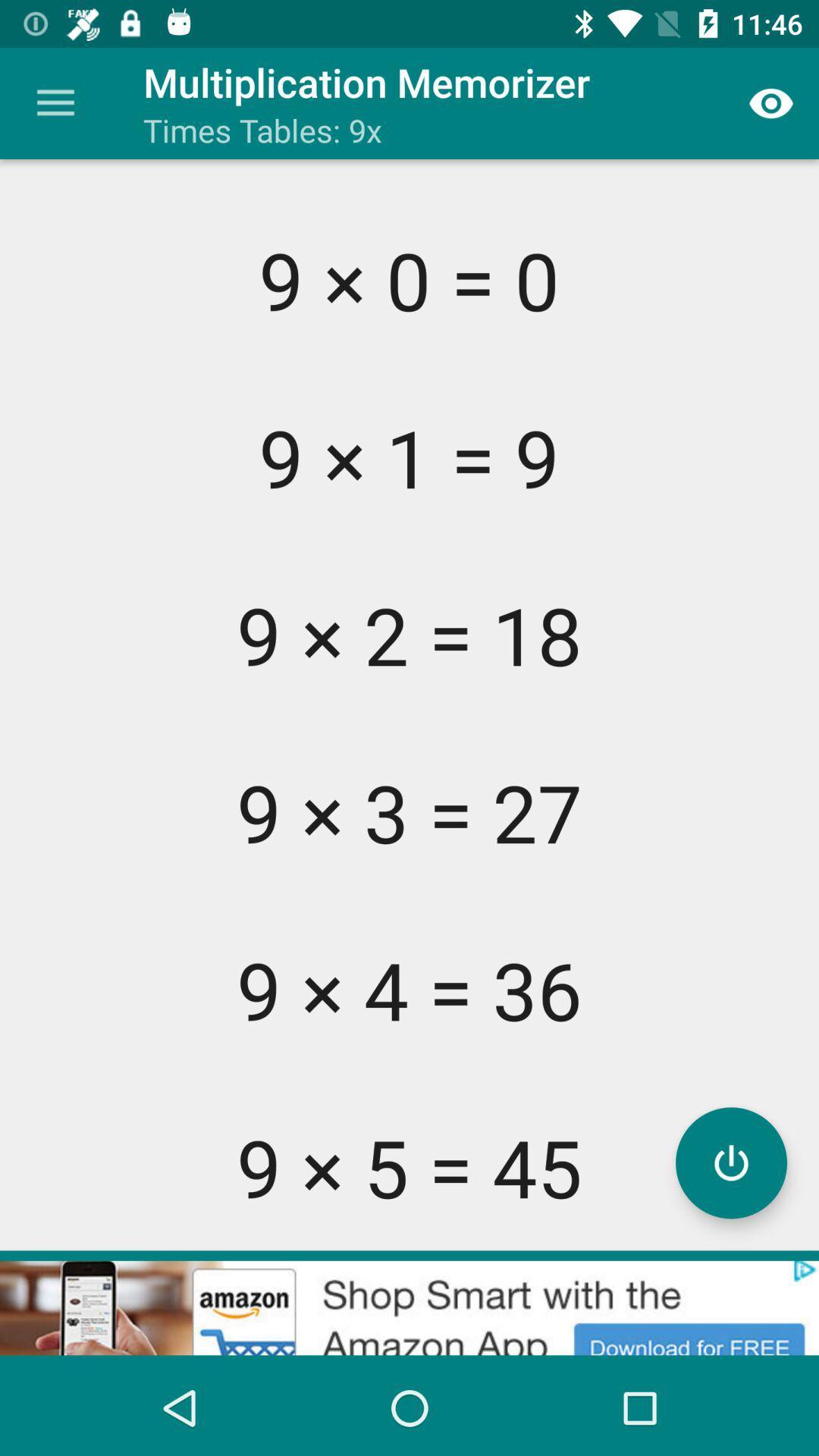 This screenshot has height=1456, width=819. Describe the element at coordinates (730, 1162) in the screenshot. I see `on or off` at that location.